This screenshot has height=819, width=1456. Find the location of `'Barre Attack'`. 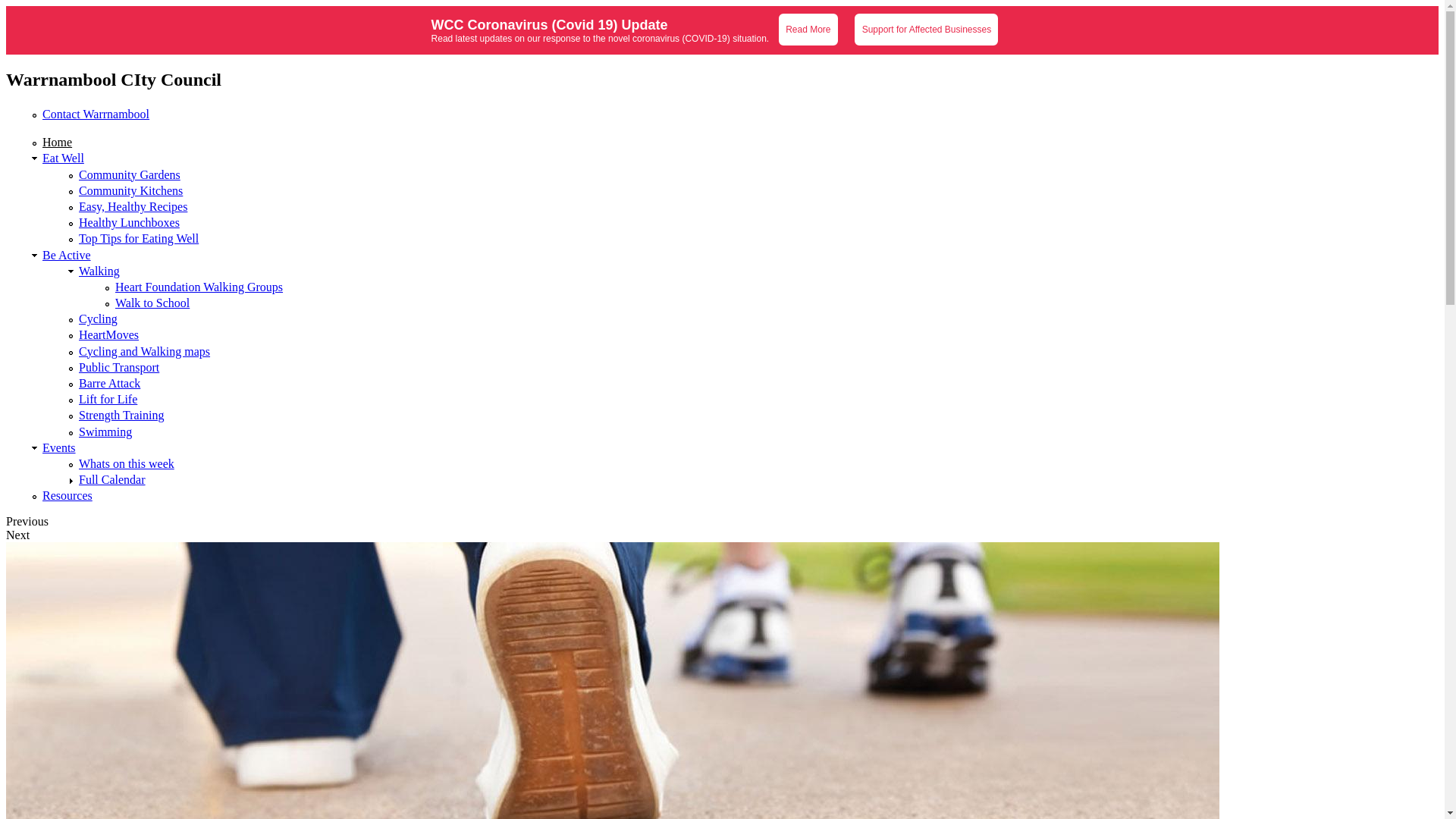

'Barre Attack' is located at coordinates (108, 382).